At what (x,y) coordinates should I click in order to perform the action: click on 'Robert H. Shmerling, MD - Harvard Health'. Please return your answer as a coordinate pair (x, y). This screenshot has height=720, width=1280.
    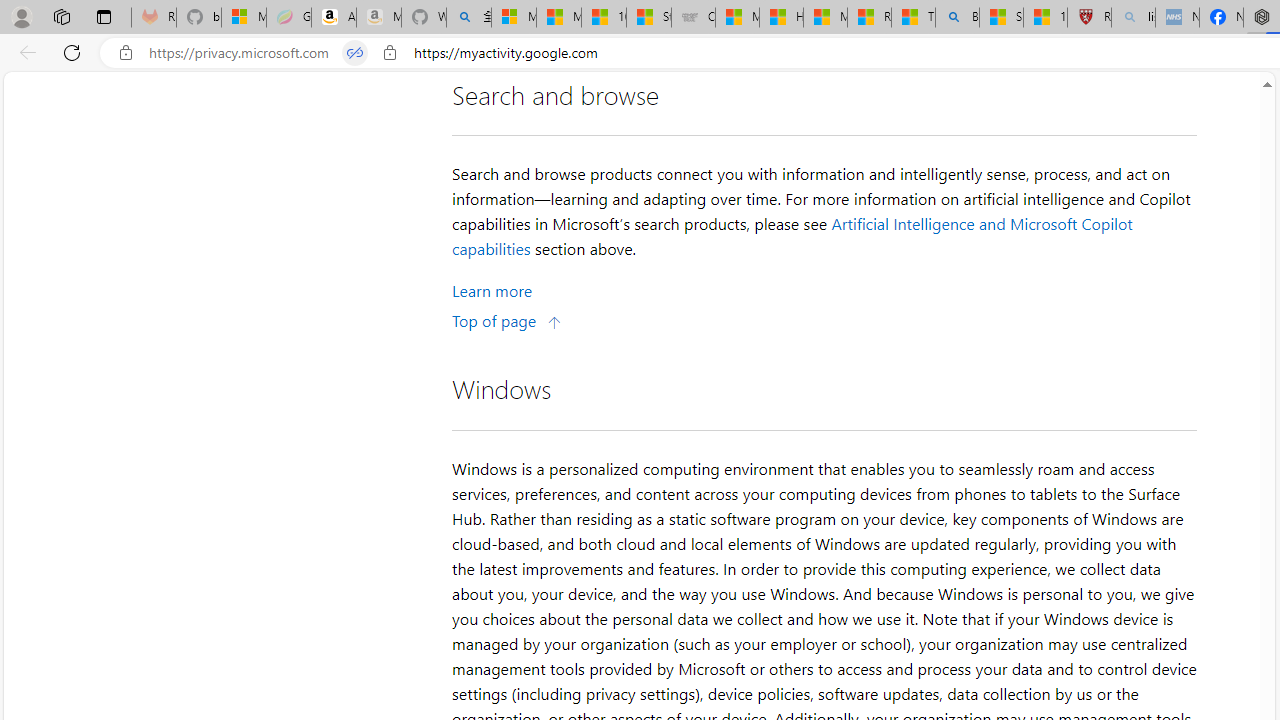
    Looking at the image, I should click on (1088, 17).